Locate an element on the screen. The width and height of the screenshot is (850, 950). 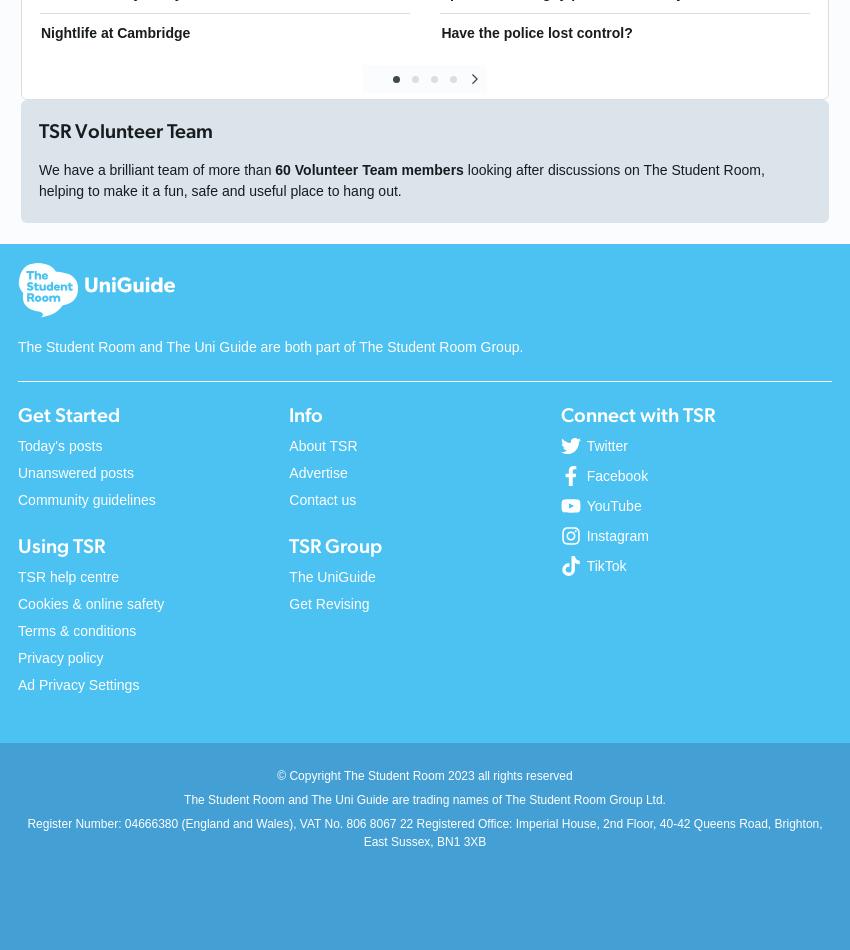
'Today's posts' is located at coordinates (60, 445).